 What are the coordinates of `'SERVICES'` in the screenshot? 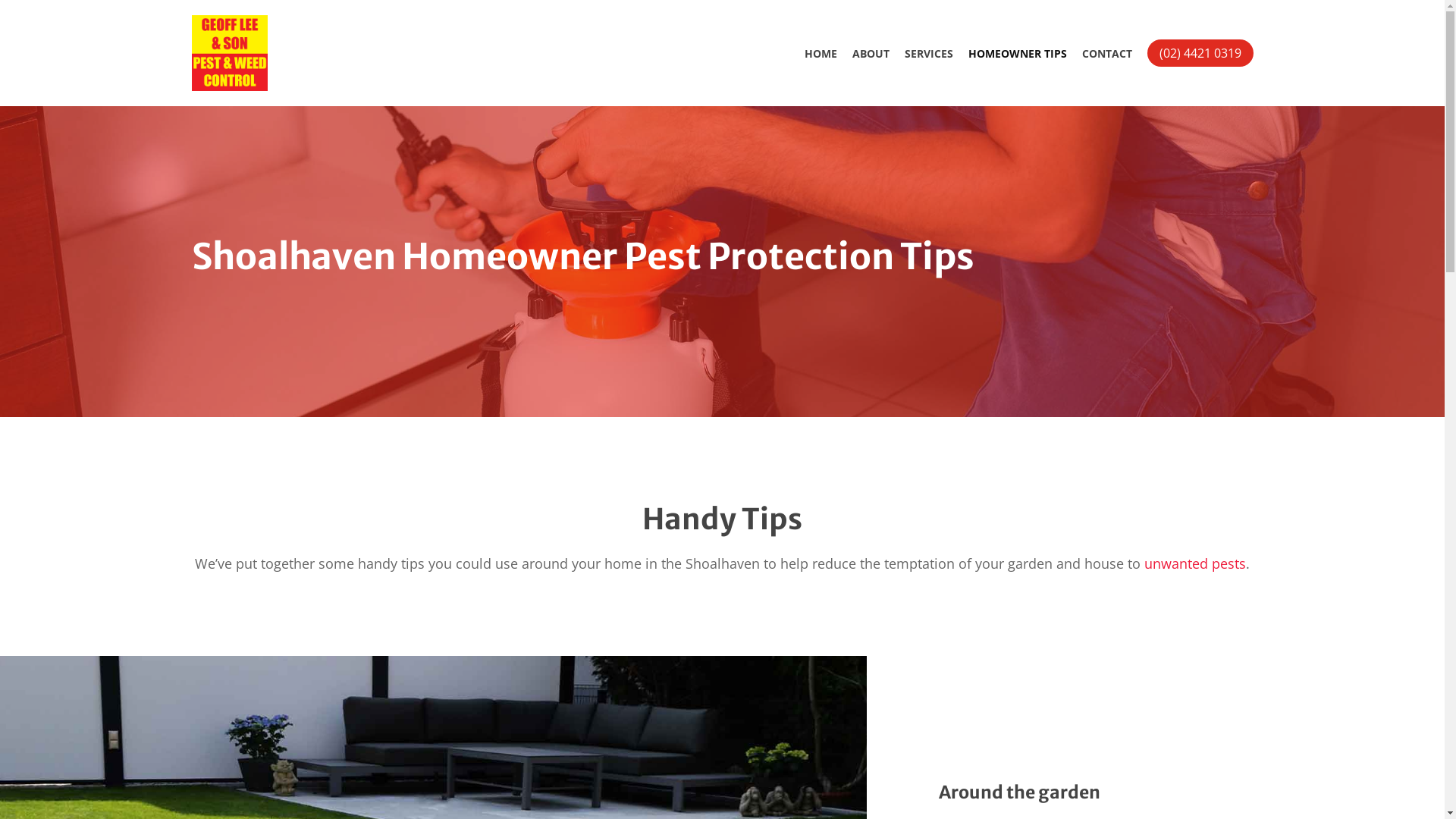 It's located at (927, 52).